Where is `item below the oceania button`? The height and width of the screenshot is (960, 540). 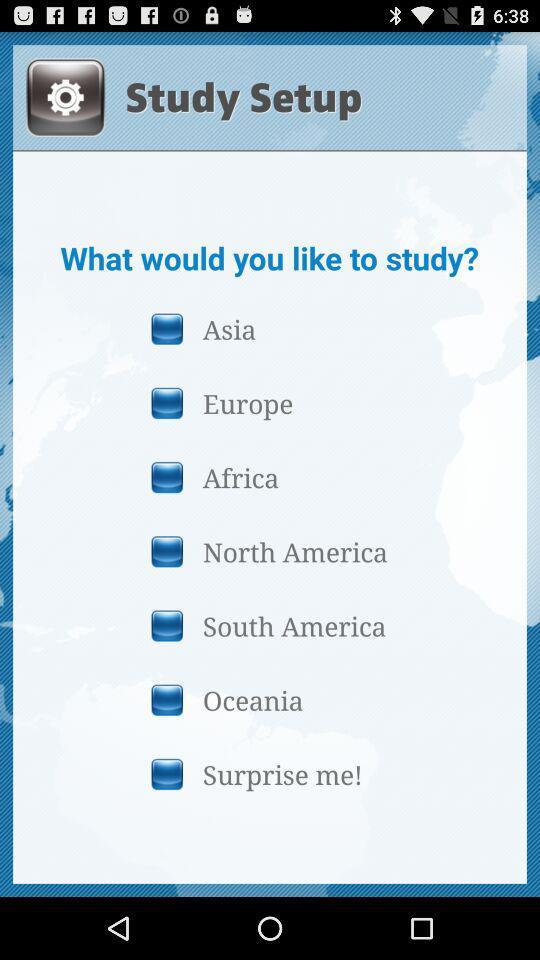
item below the oceania button is located at coordinates (269, 773).